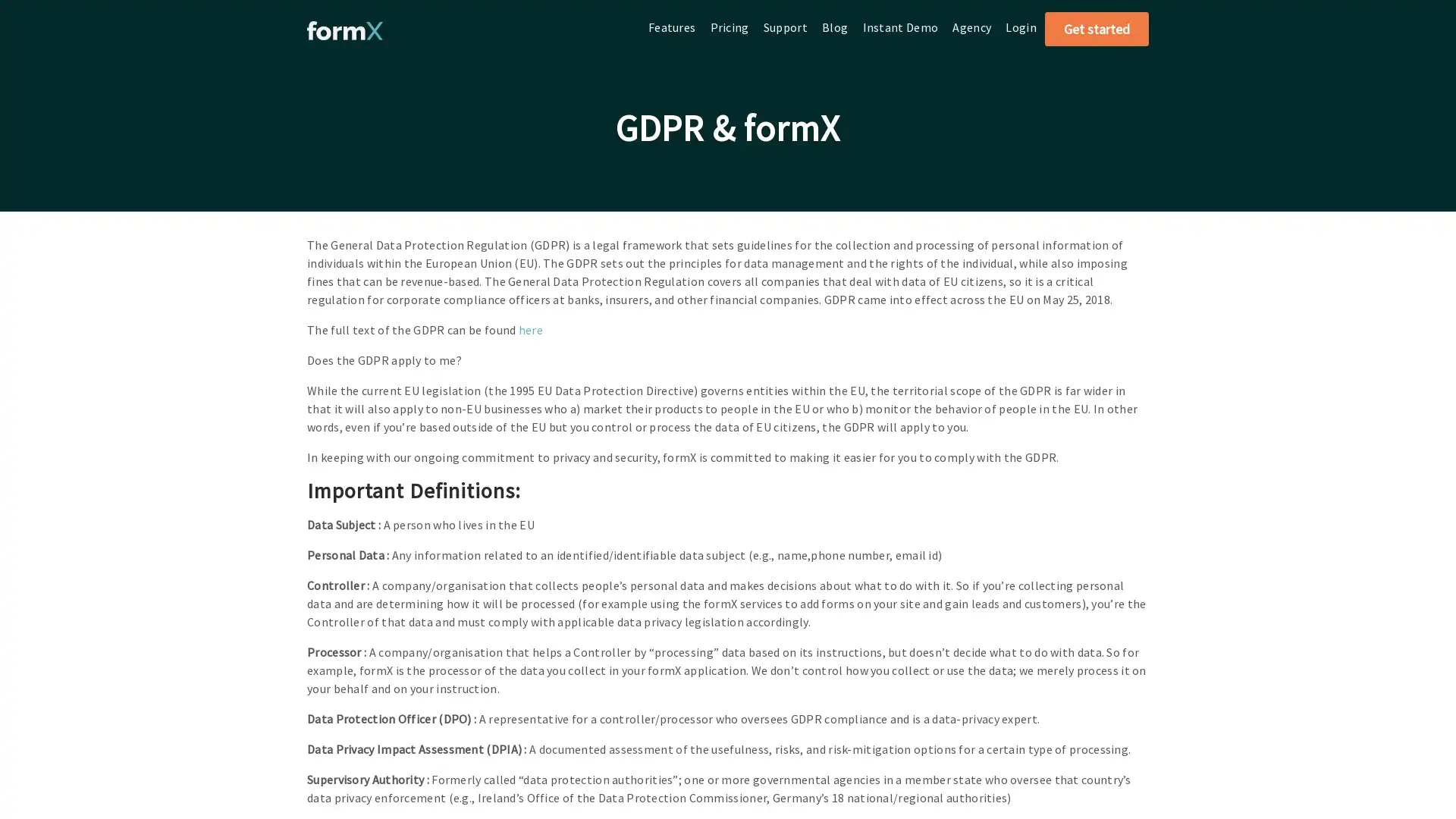 The width and height of the screenshot is (1456, 819). What do you see at coordinates (1097, 29) in the screenshot?
I see `Get started` at bounding box center [1097, 29].